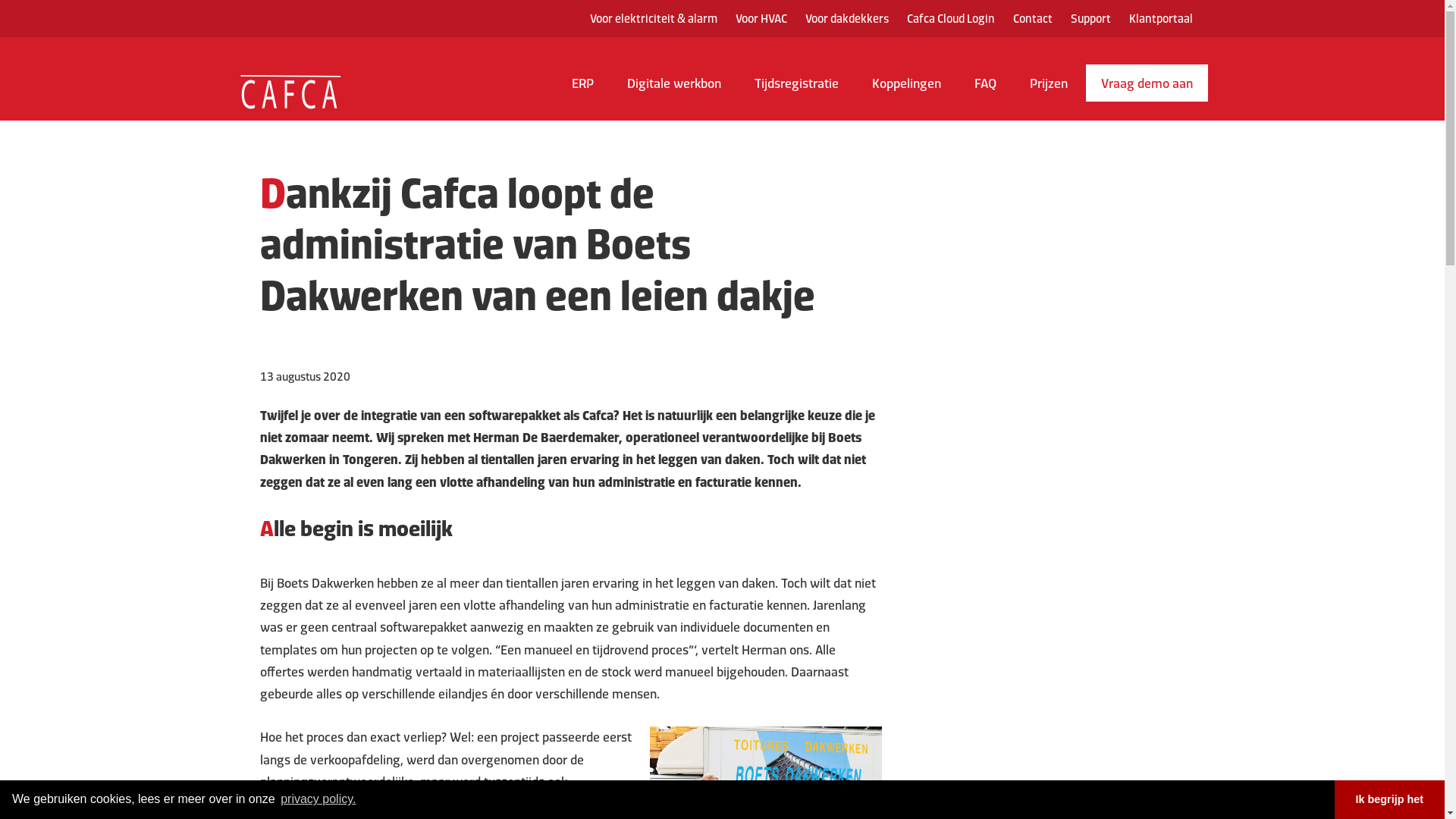  Describe the element at coordinates (846, 18) in the screenshot. I see `'Voor dakdekkers'` at that location.